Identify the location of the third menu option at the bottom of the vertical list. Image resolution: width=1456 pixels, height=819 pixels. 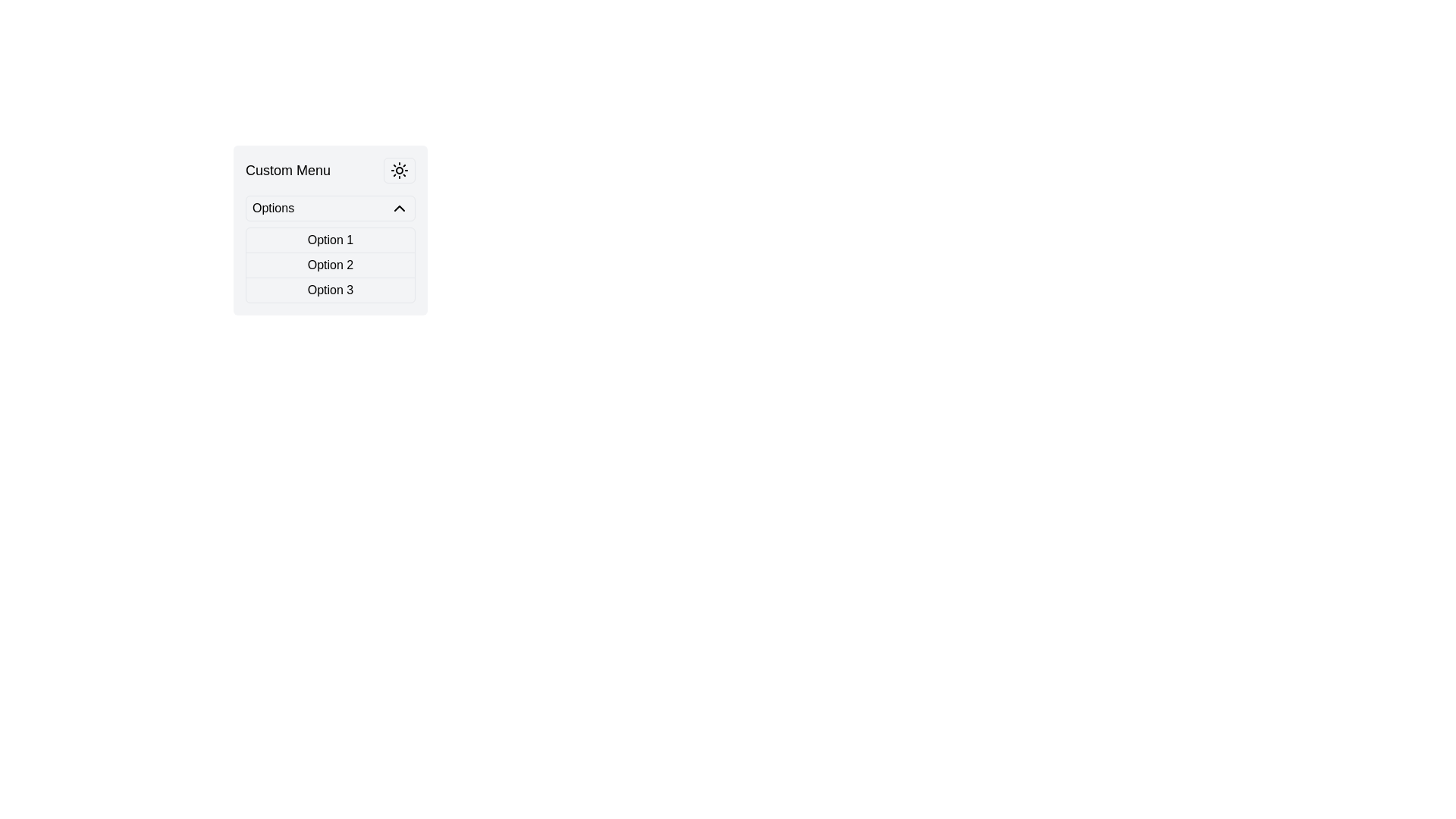
(330, 290).